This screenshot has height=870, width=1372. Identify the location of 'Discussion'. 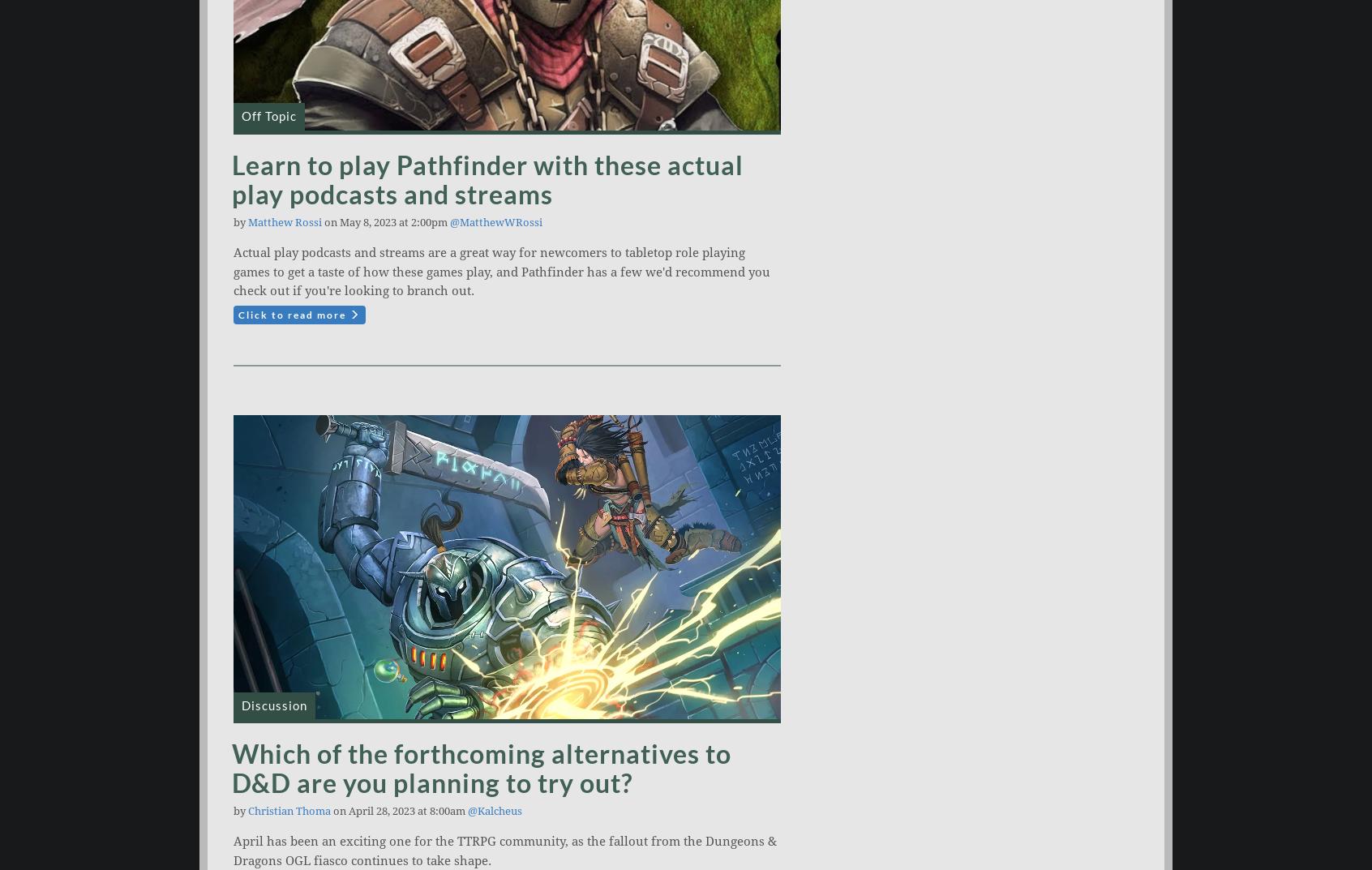
(273, 704).